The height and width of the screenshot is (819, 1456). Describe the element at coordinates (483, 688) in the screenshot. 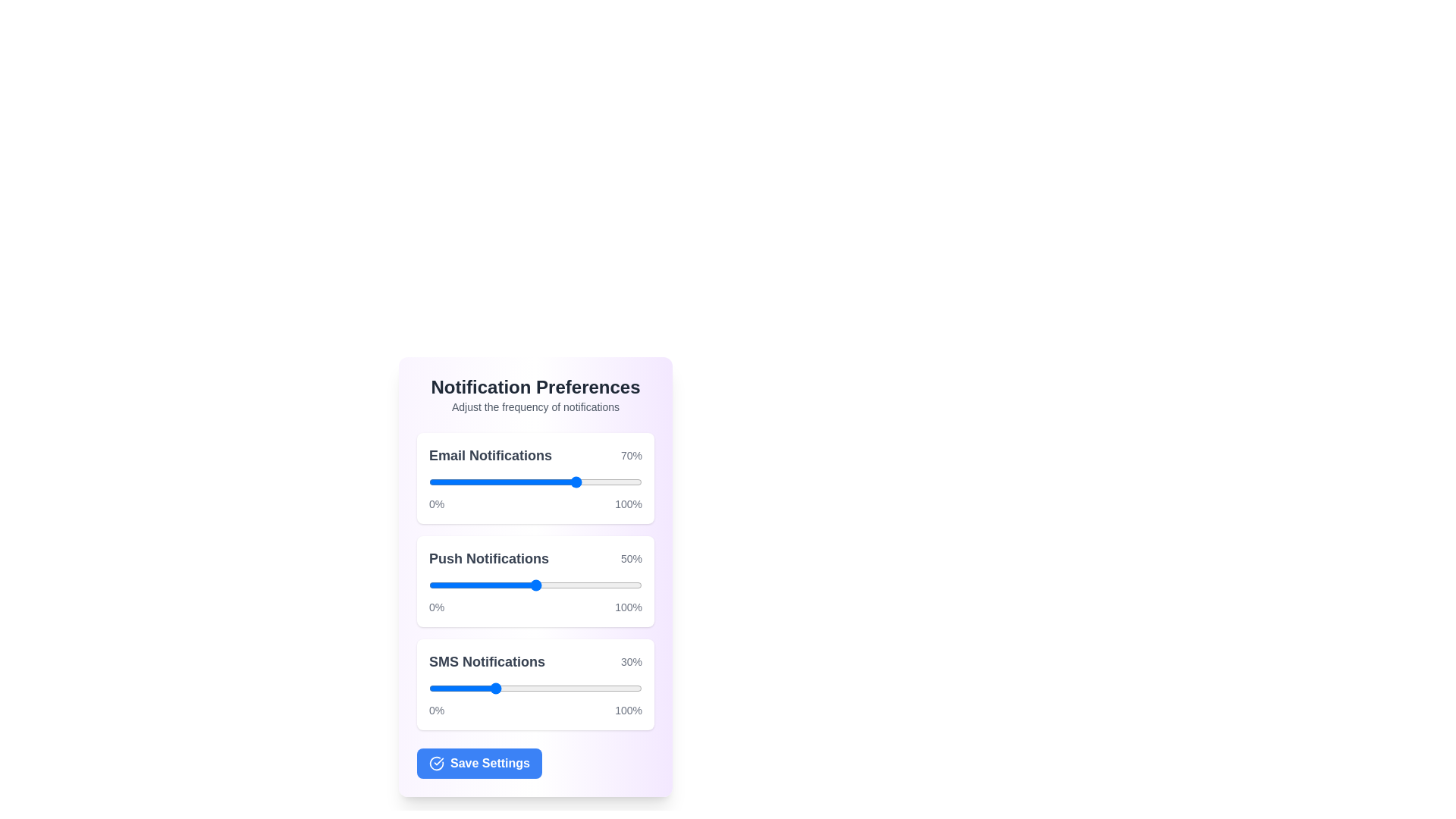

I see `the SMS Notifications slider` at that location.